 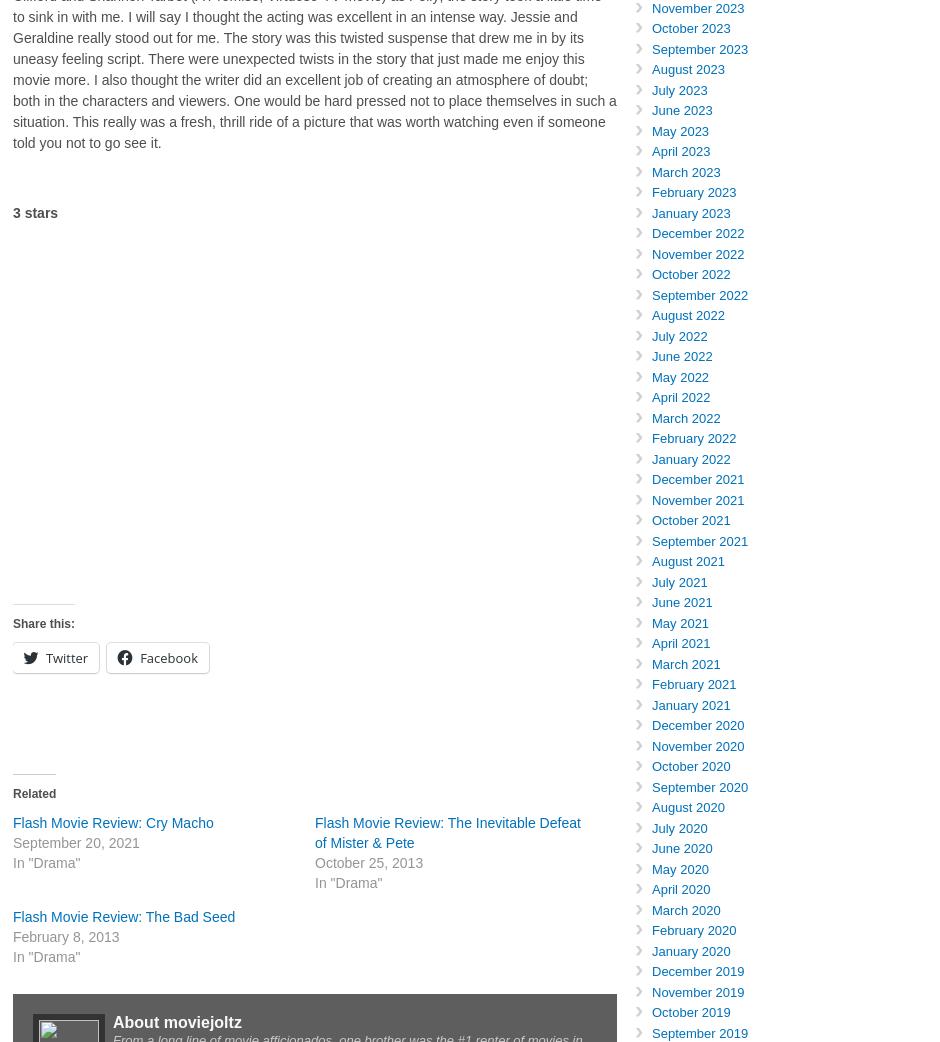 What do you see at coordinates (34, 794) in the screenshot?
I see `'Related'` at bounding box center [34, 794].